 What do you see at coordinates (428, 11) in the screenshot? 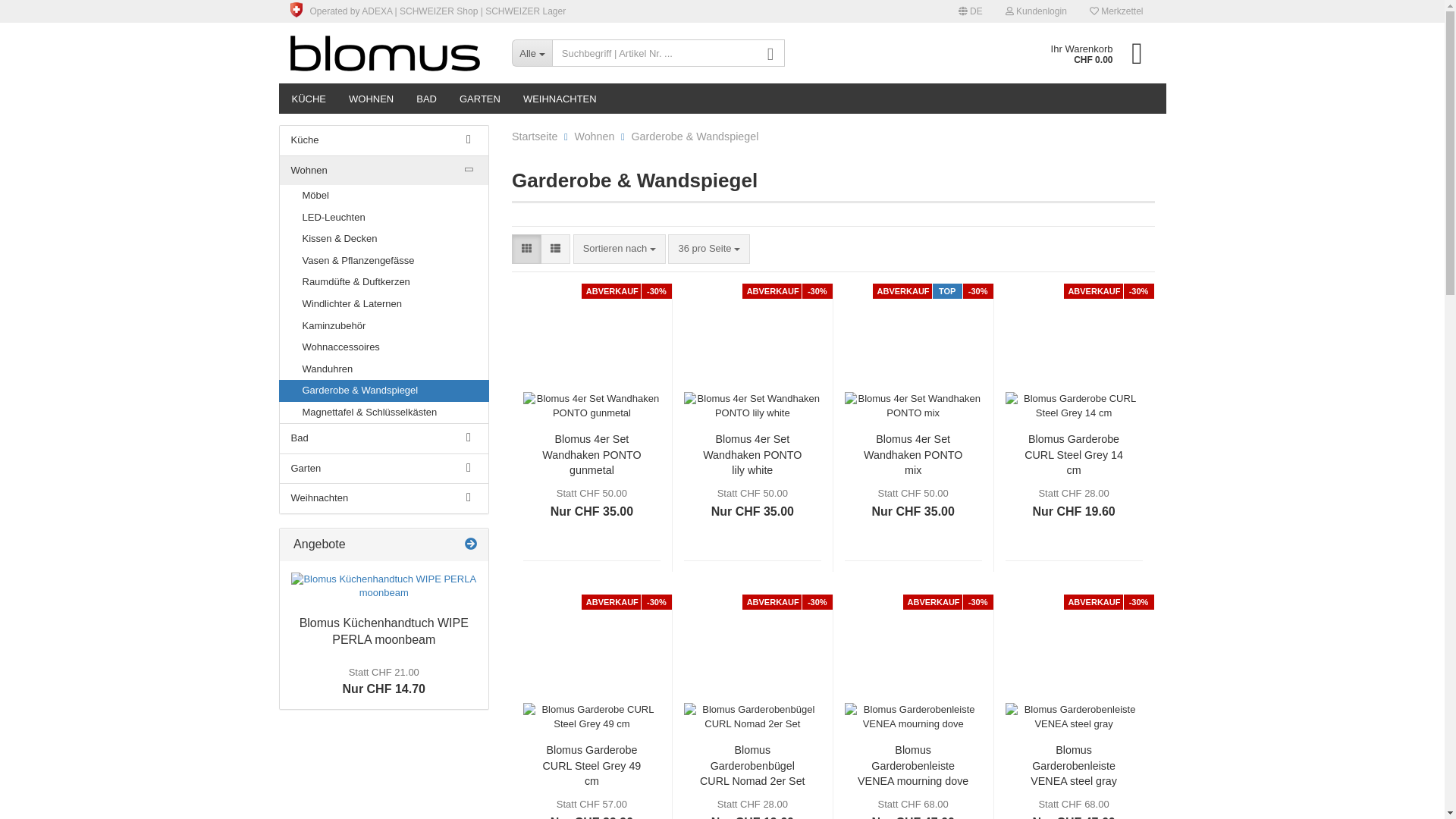
I see `'Operated by ADEXA | SCHWEIZER Shop | SCHWEIZER Lager'` at bounding box center [428, 11].